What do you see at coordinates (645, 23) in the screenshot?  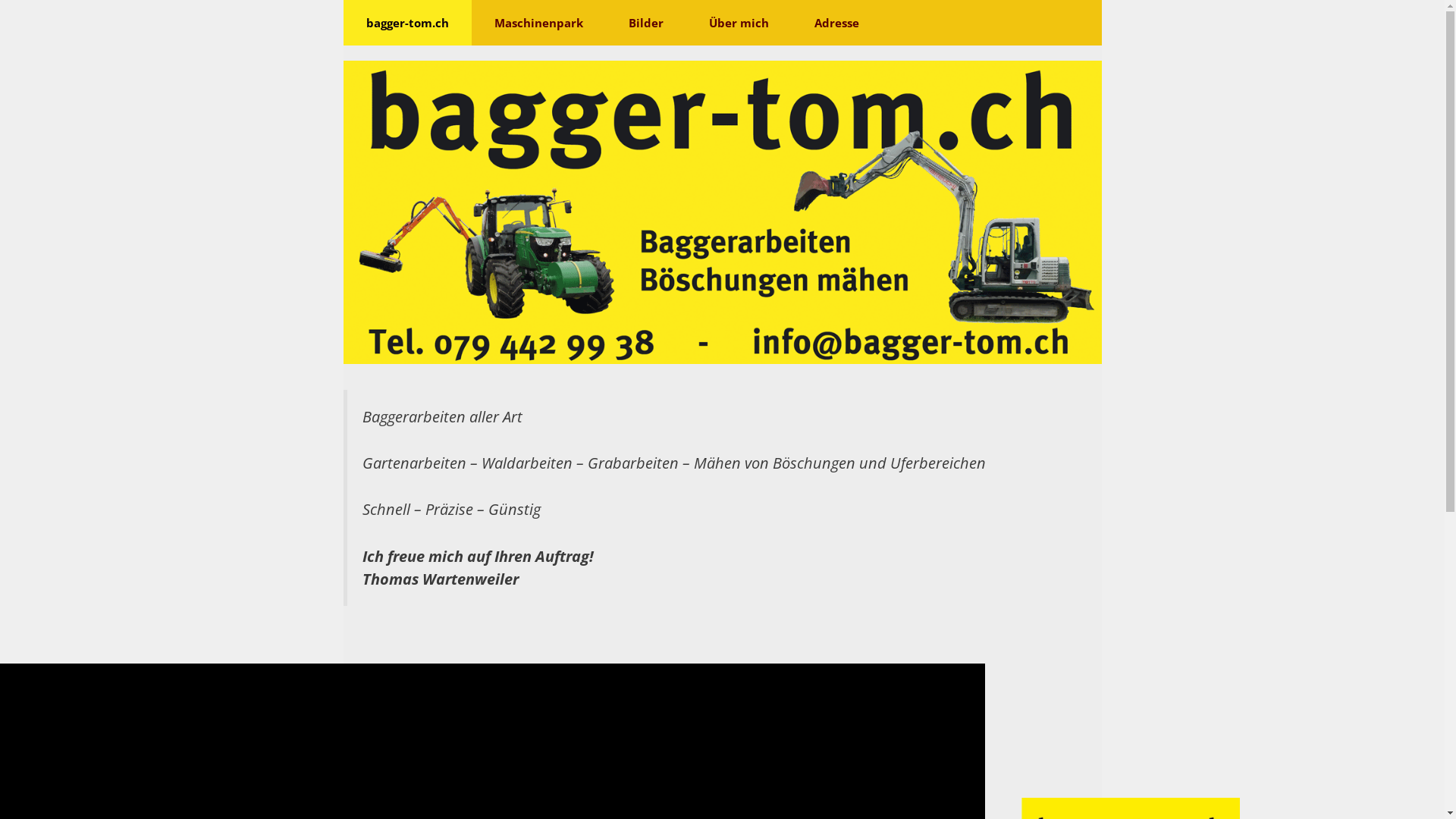 I see `'Bilder'` at bounding box center [645, 23].